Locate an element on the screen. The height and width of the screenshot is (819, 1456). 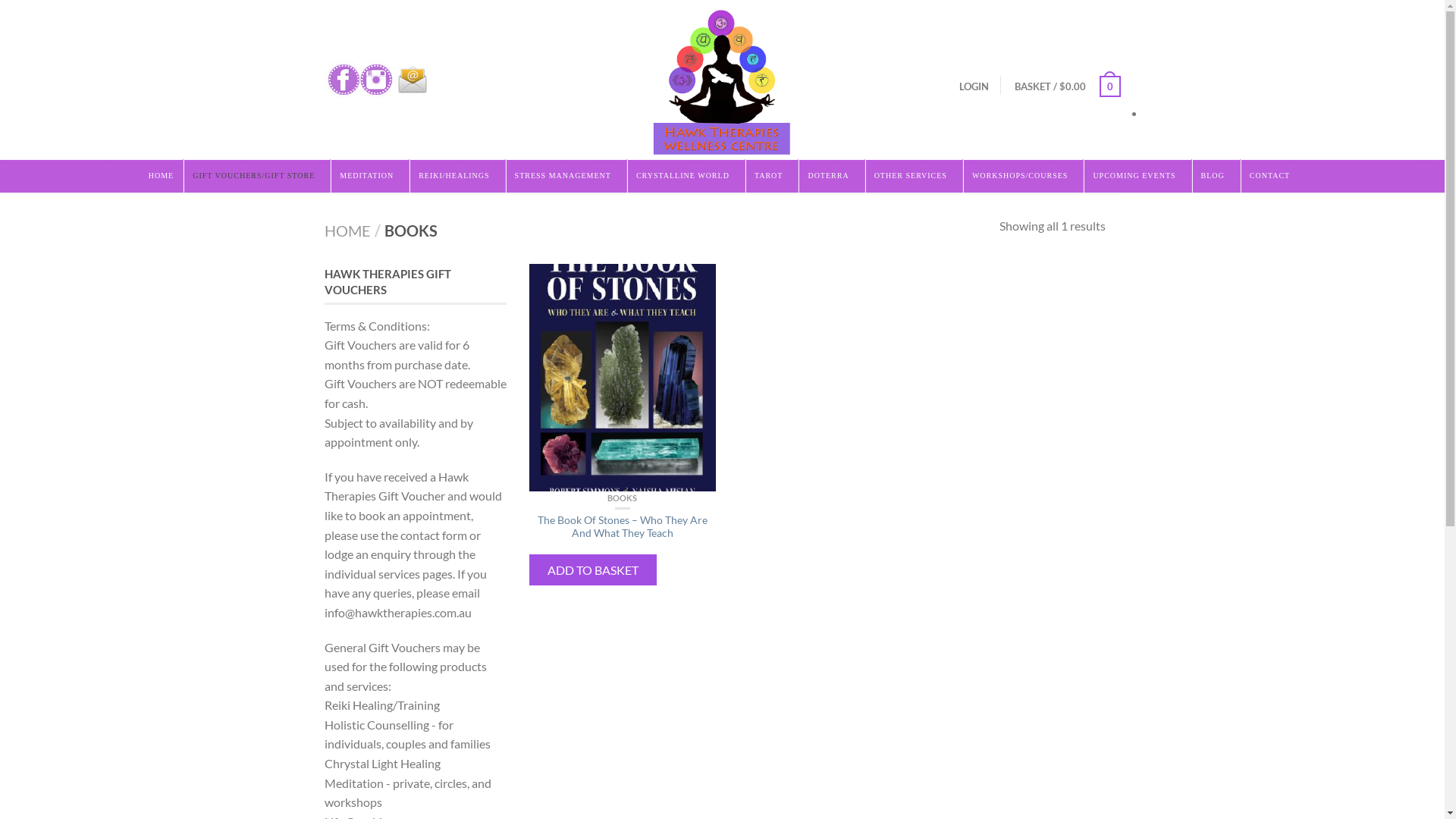
'ADD TO BASKET' is located at coordinates (592, 570).